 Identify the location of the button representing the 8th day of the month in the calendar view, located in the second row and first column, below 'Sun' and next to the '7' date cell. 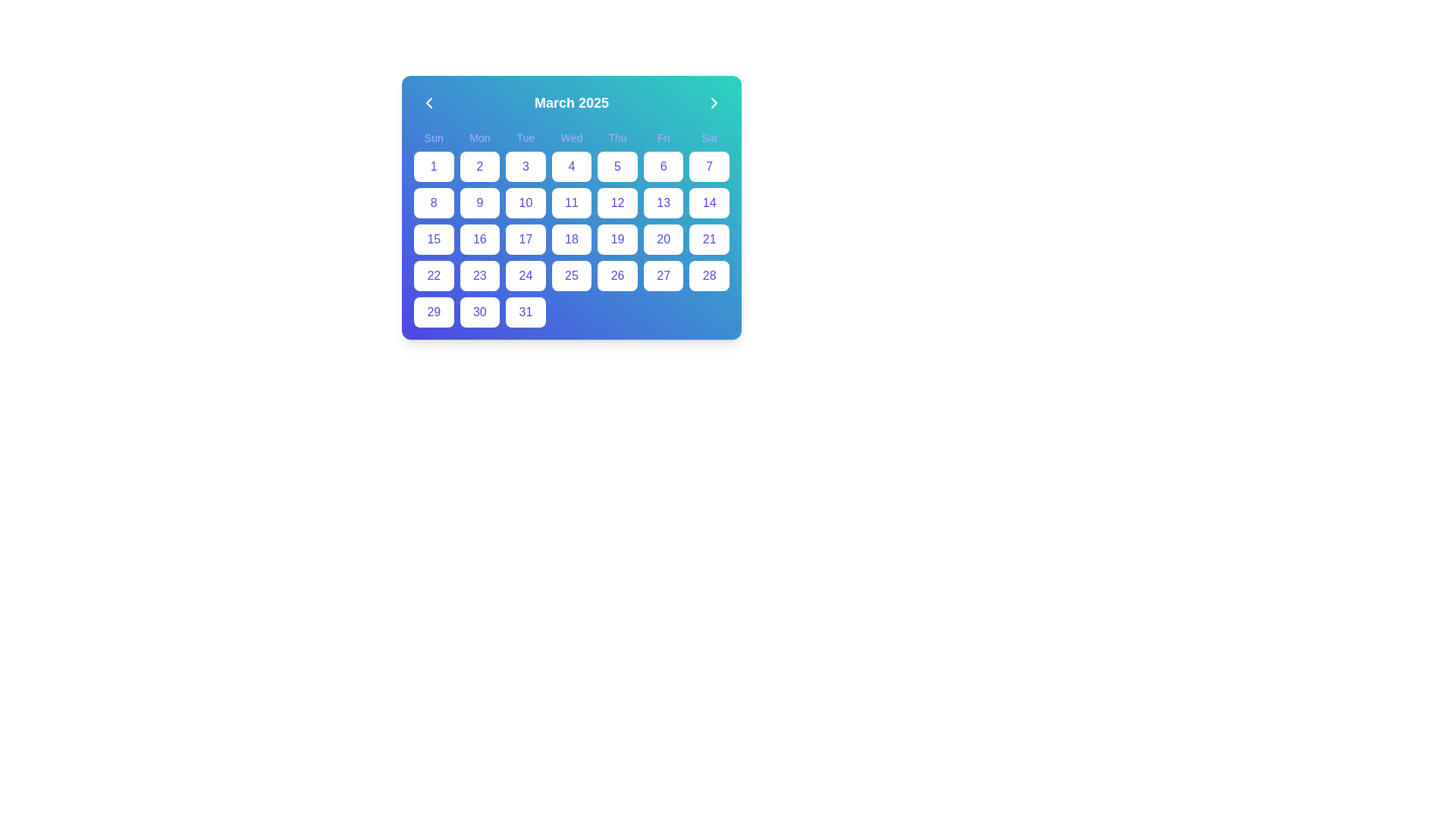
(433, 202).